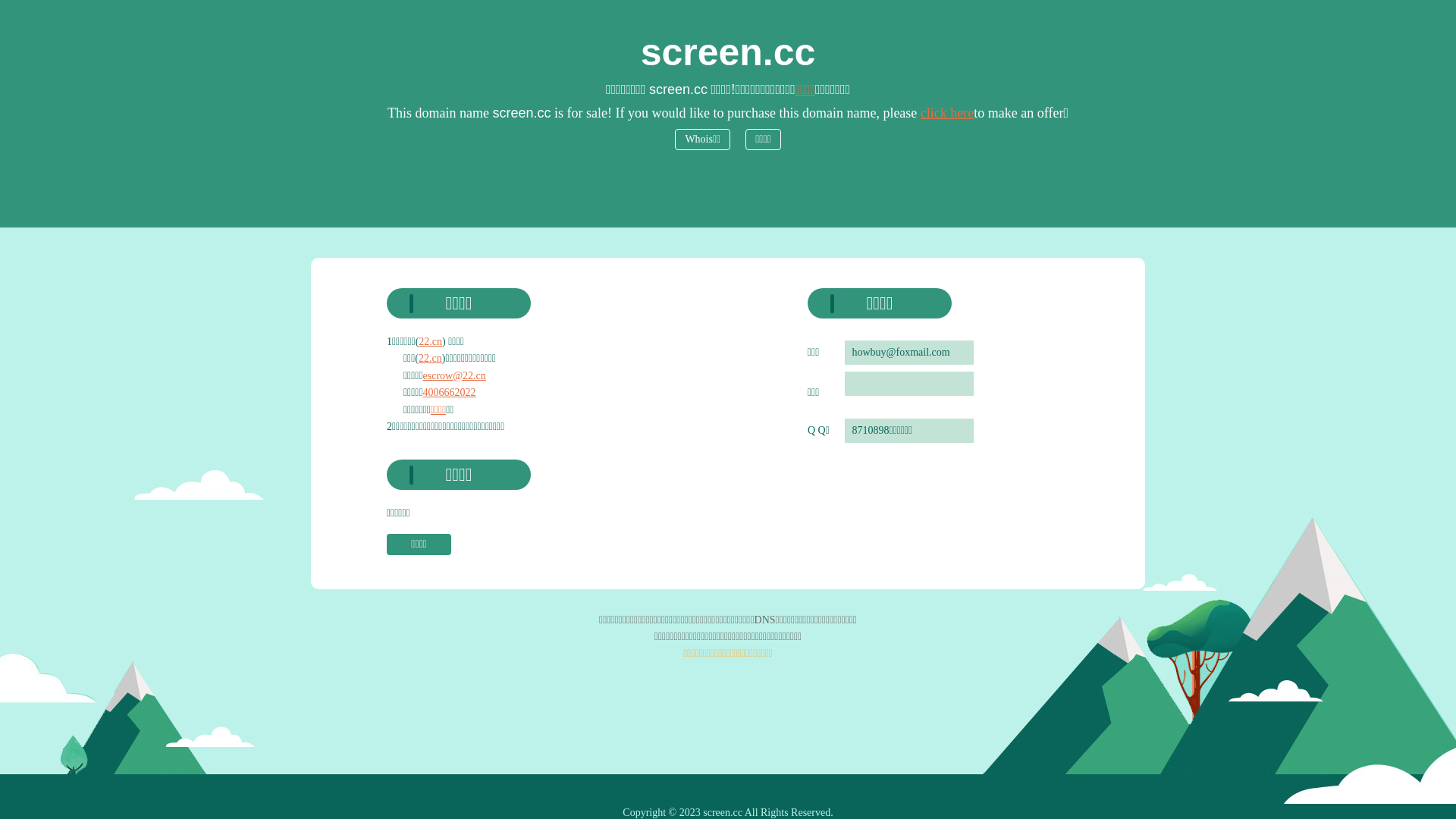  Describe the element at coordinates (449, 391) in the screenshot. I see `'4006662022'` at that location.